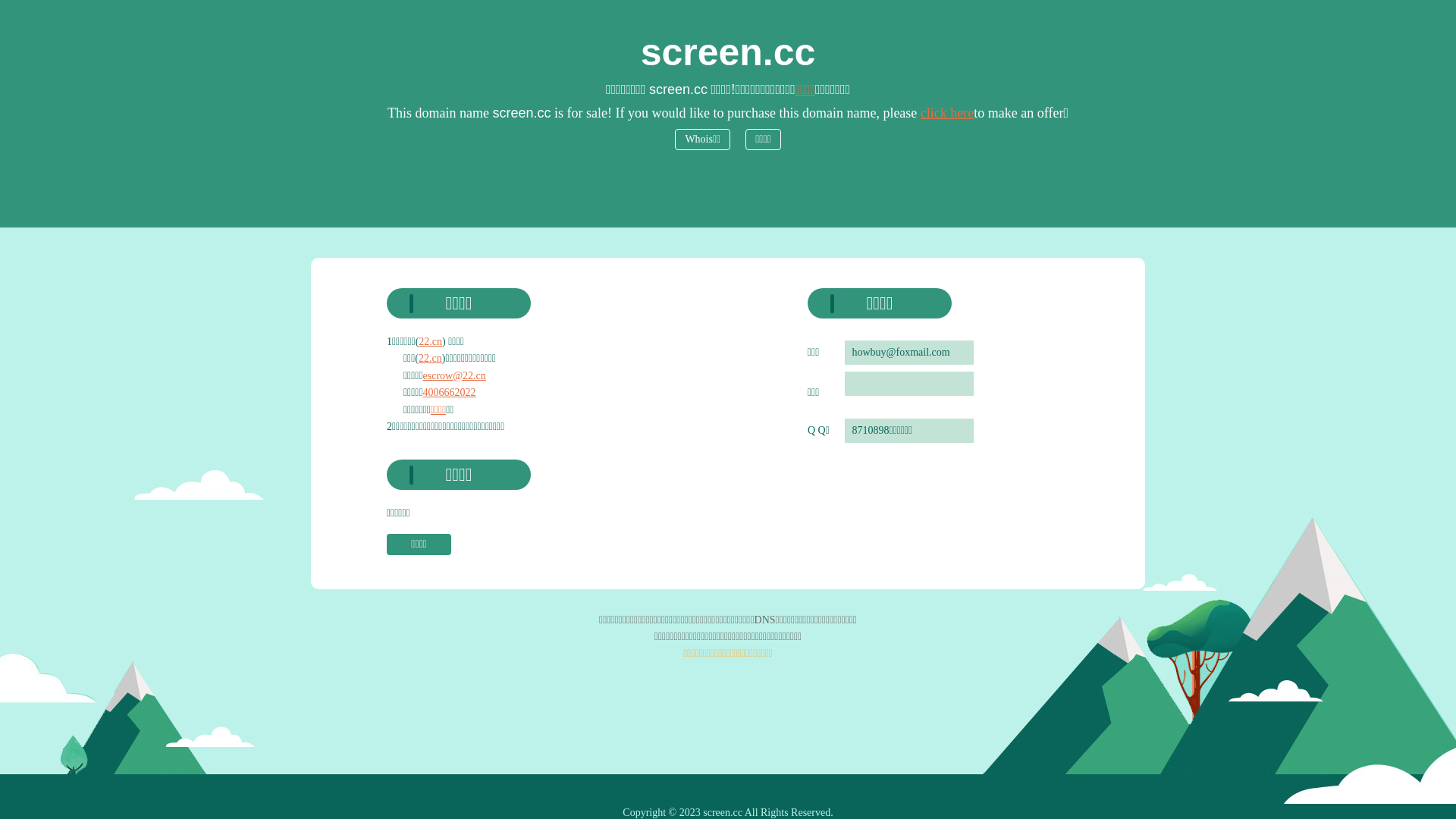  Describe the element at coordinates (449, 391) in the screenshot. I see `'4006662022'` at that location.